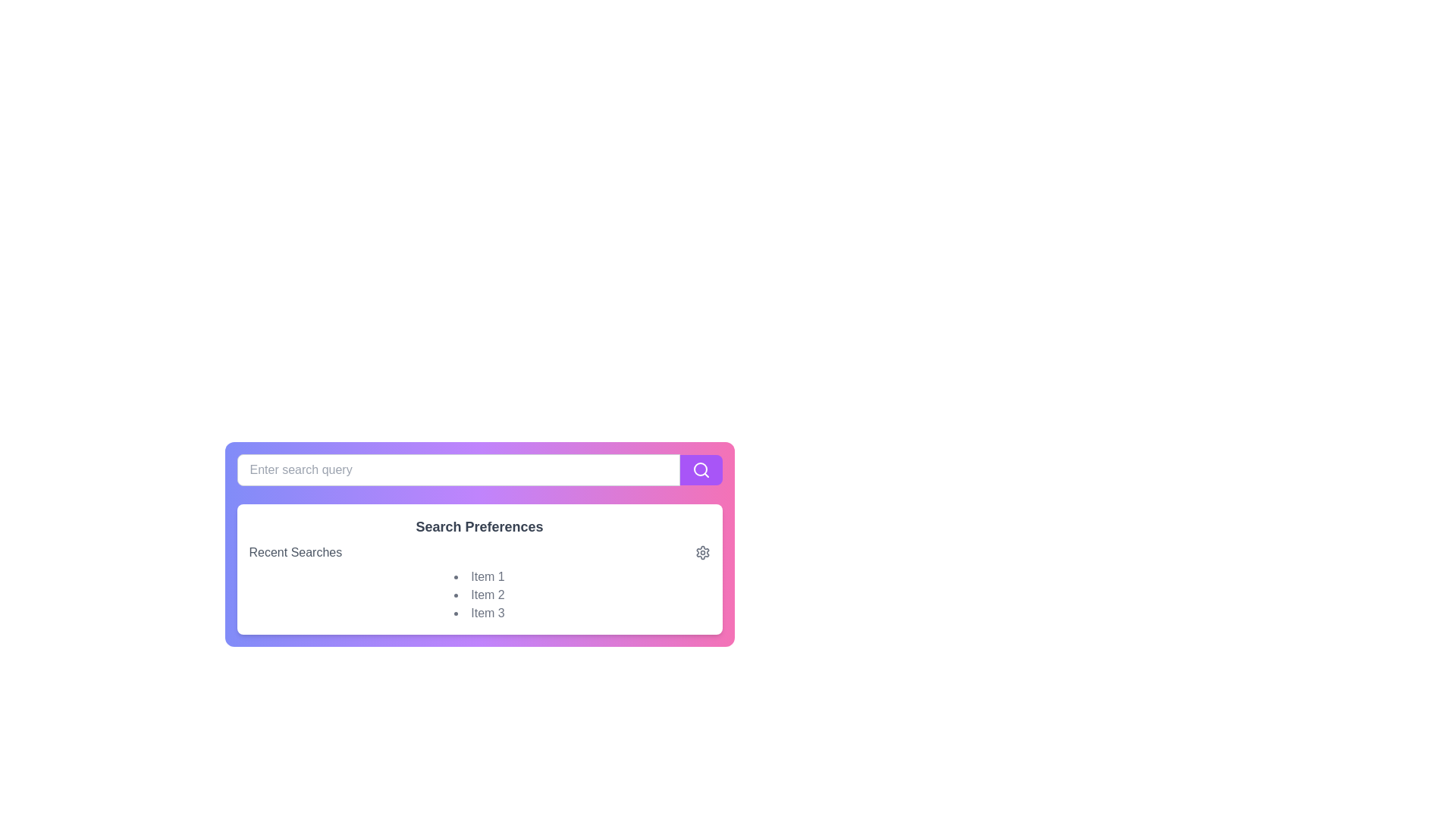 This screenshot has width=1456, height=819. I want to click on the Icon button located at the top-right corner of the modal's content box, so click(701, 553).